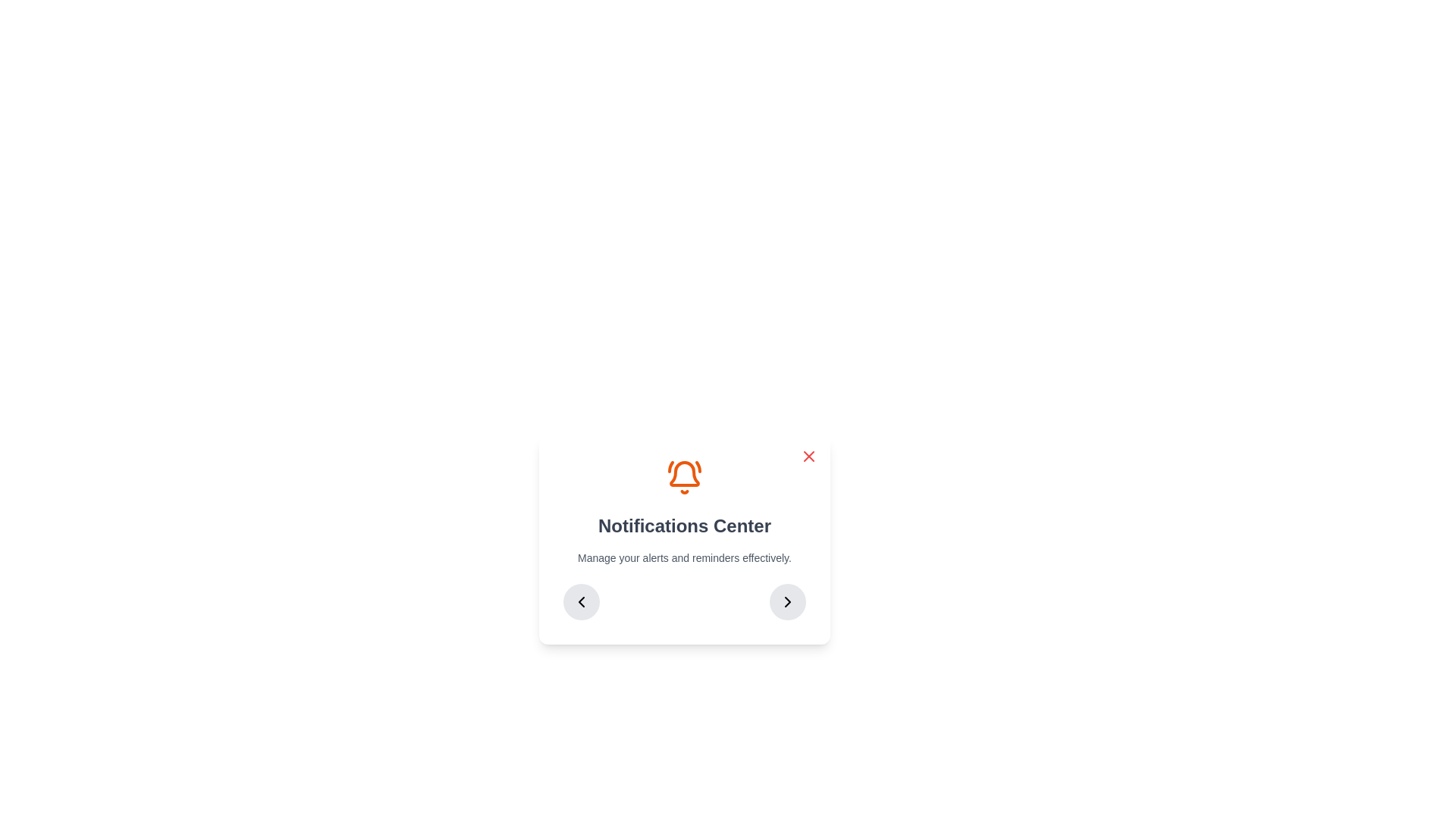 This screenshot has width=1456, height=819. Describe the element at coordinates (787, 601) in the screenshot. I see `the circular button with a gray background and a black chevron pointing to the right, located at the bottom-right corner of the notification modal` at that location.